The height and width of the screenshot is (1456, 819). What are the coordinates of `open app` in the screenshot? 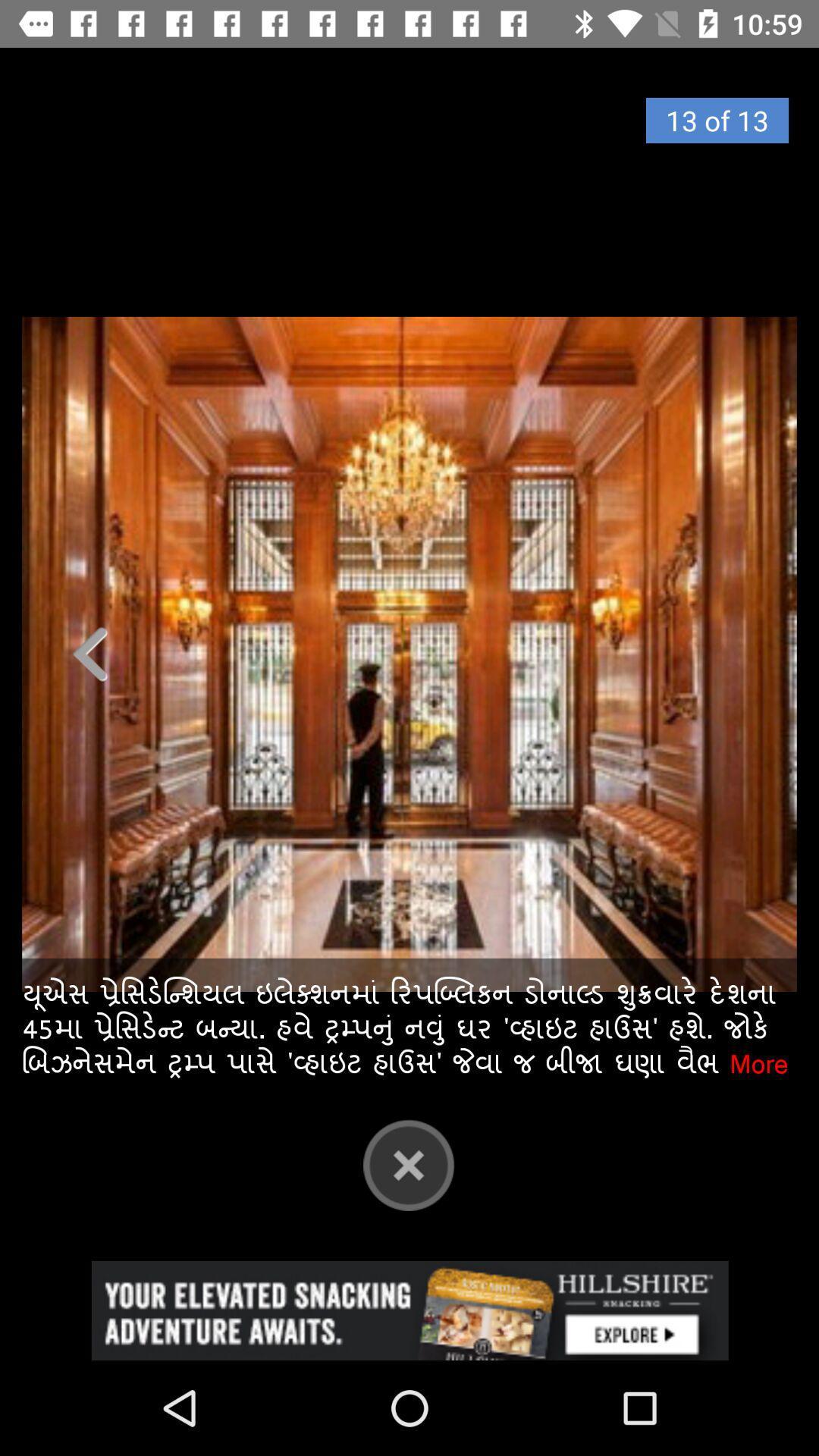 It's located at (409, 1310).